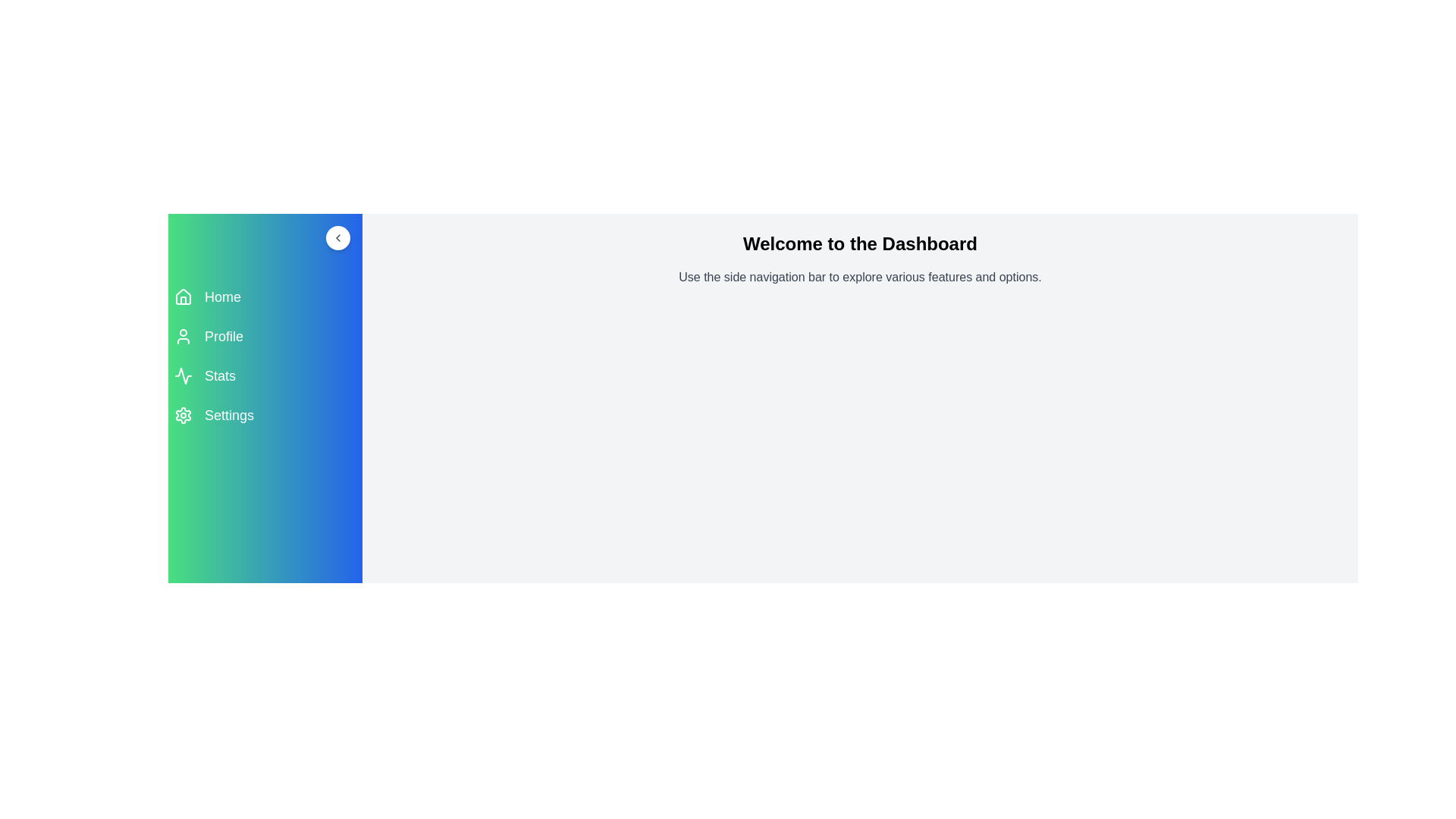 This screenshot has height=819, width=1456. Describe the element at coordinates (182, 415) in the screenshot. I see `the gear-like icon located at the bottom of the vertical item list in the sidebar` at that location.